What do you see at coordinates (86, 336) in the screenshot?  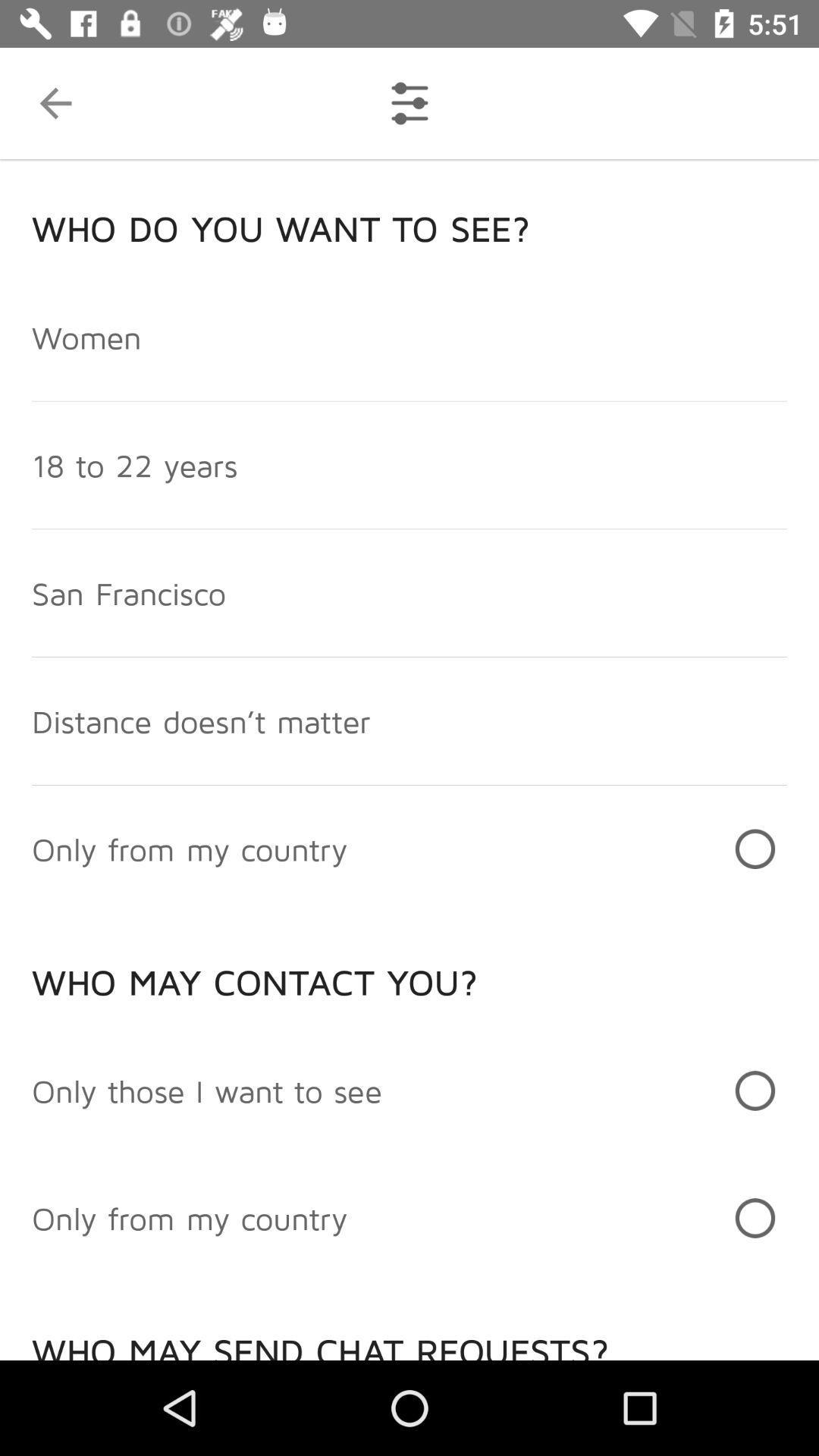 I see `item below the who do you item` at bounding box center [86, 336].